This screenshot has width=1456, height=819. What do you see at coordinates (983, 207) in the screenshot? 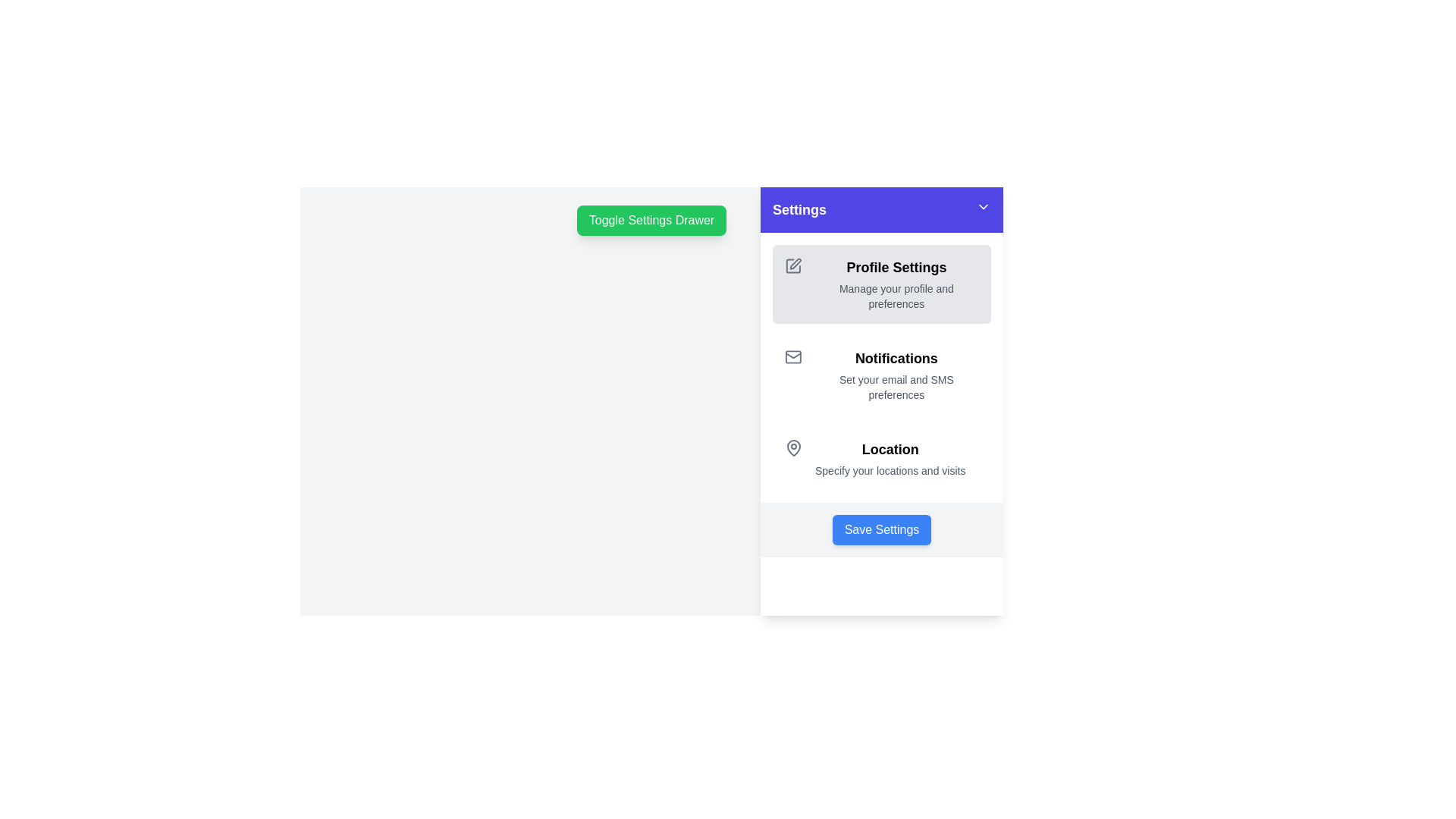
I see `the Chevron indicator icon located at the top-right corner of the header bar of the settings panel` at bounding box center [983, 207].